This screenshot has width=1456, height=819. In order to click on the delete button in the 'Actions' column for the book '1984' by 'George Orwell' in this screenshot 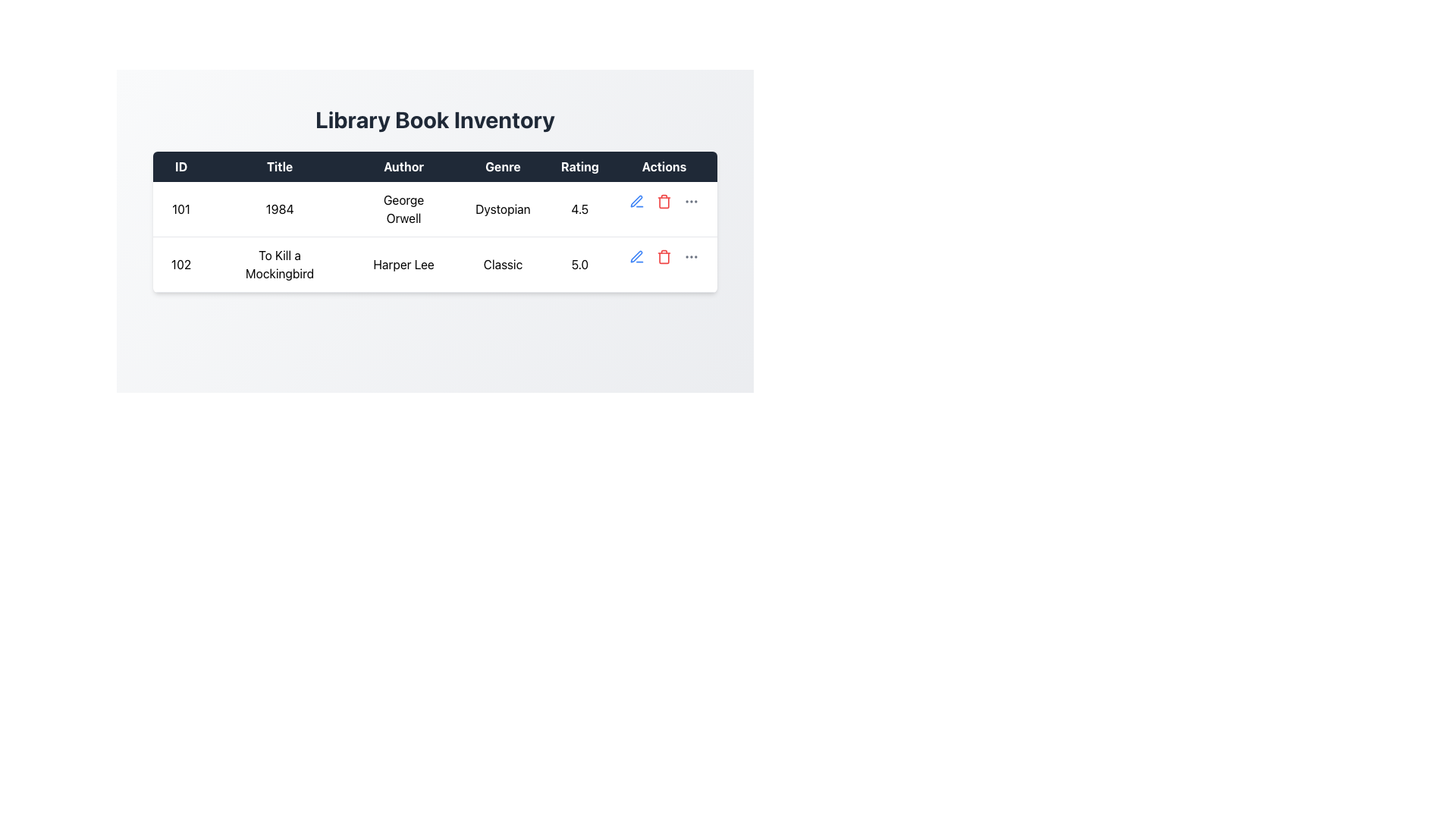, I will do `click(664, 199)`.